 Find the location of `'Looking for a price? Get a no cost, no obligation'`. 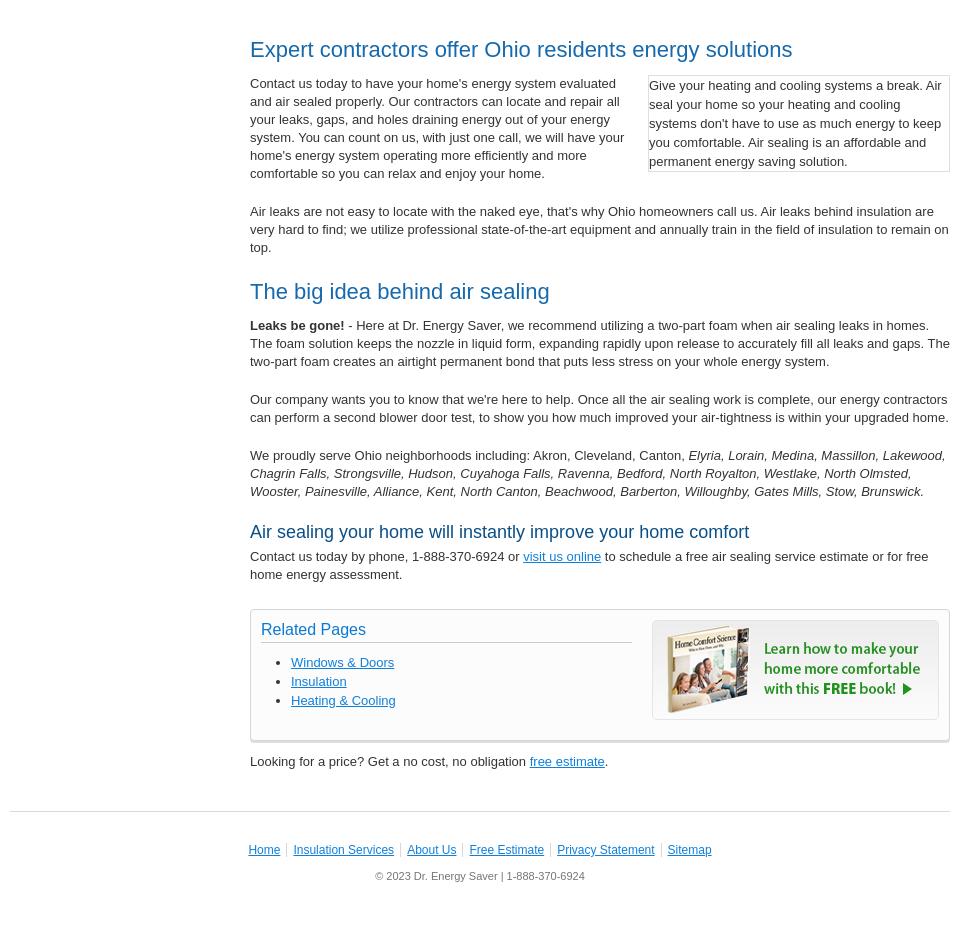

'Looking for a price? Get a no cost, no obligation' is located at coordinates (248, 760).